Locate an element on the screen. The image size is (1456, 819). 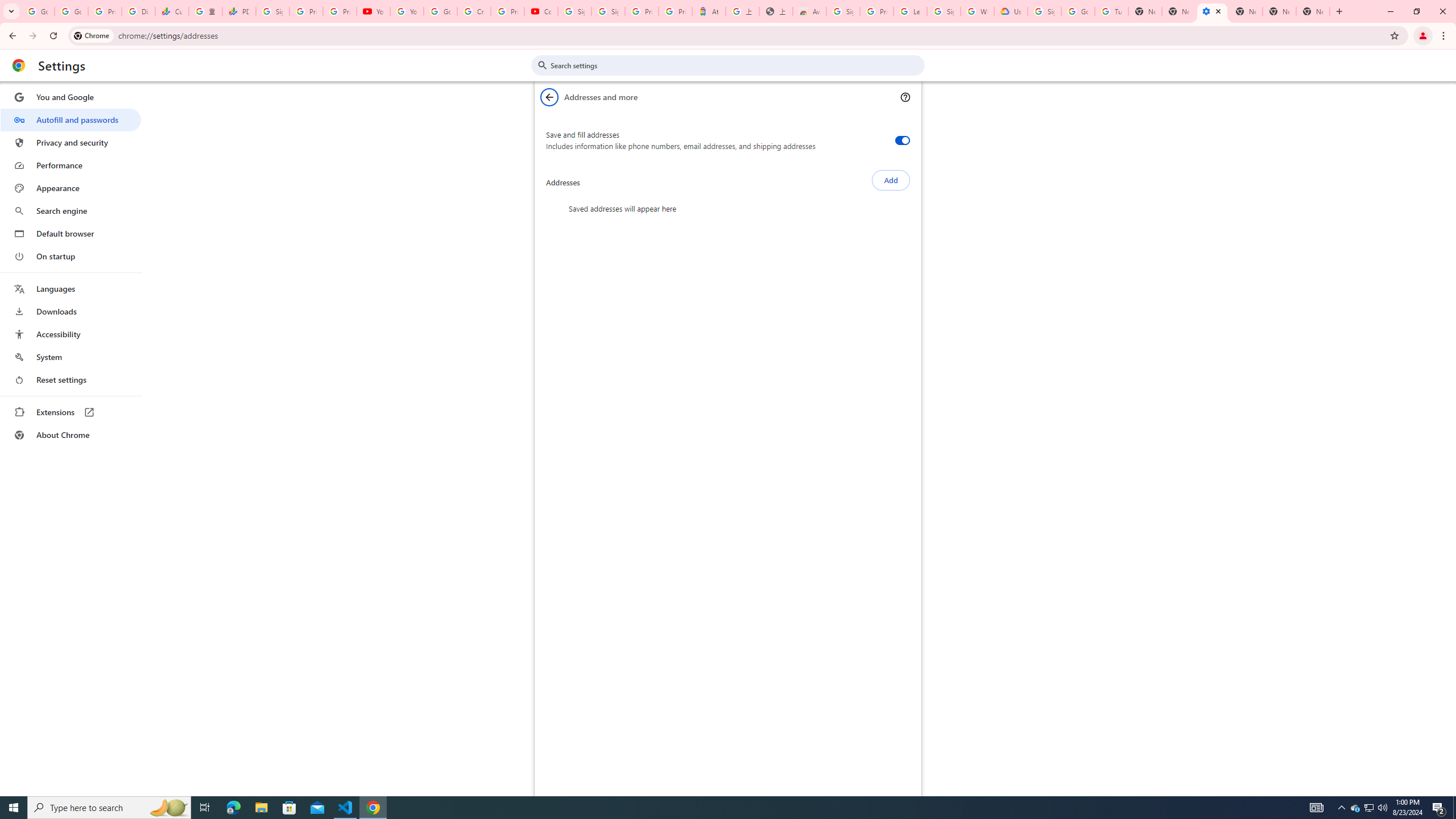
'Settings - Addresses and more' is located at coordinates (1212, 11).